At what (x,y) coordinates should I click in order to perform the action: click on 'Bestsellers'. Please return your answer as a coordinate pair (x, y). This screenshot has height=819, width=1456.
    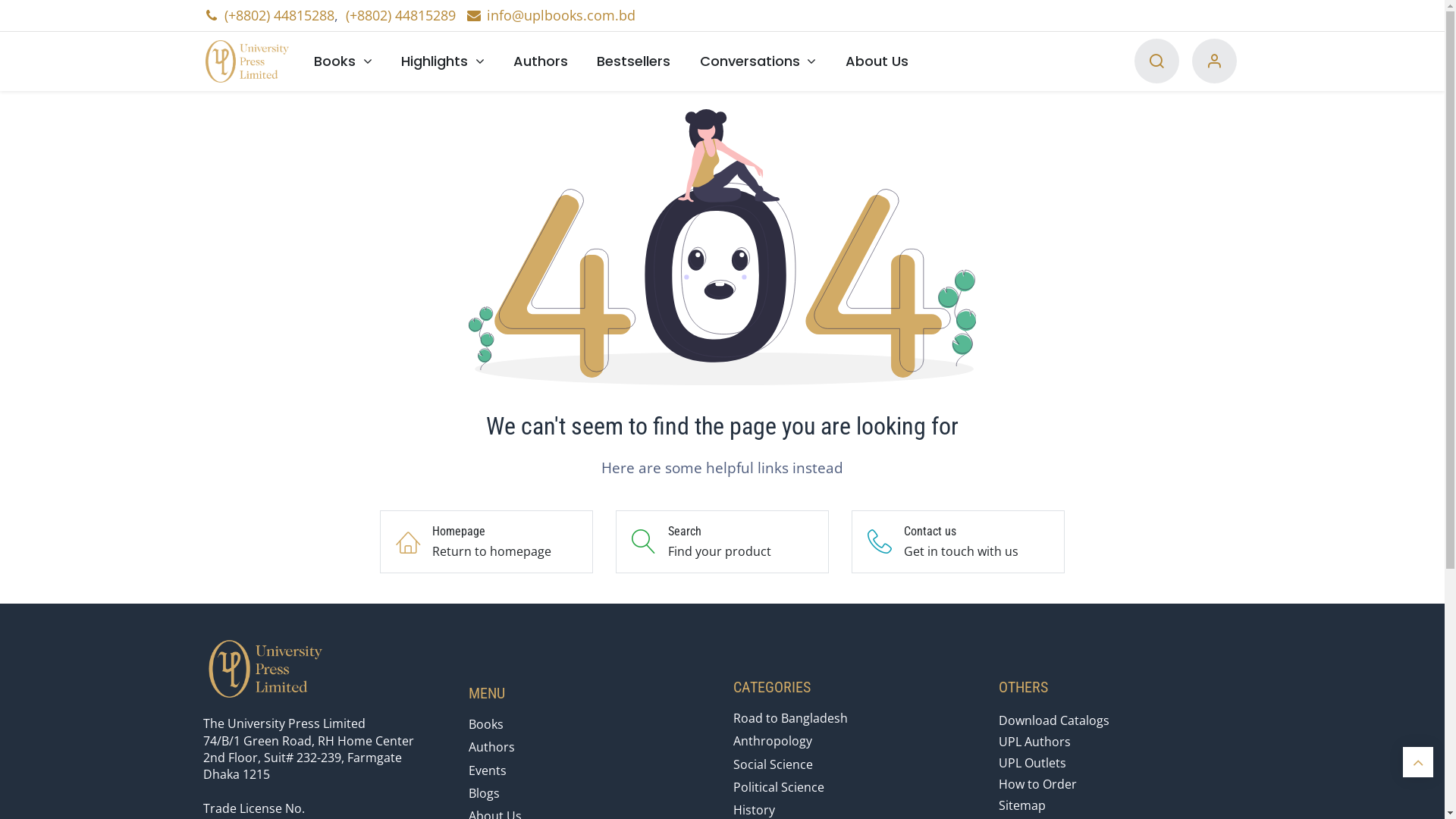
    Looking at the image, I should click on (633, 60).